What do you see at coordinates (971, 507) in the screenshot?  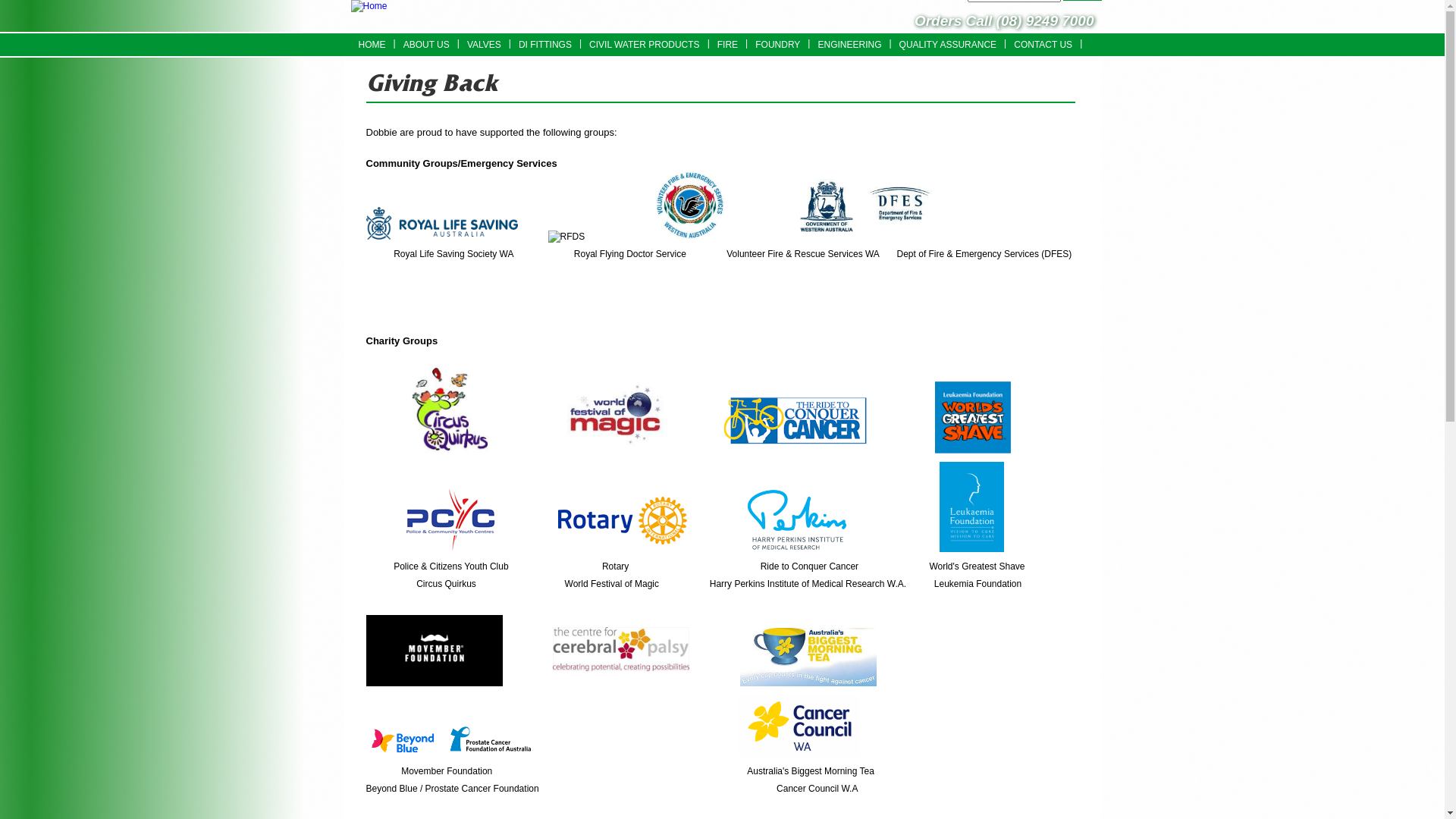 I see `'Leukaemia Foundation'` at bounding box center [971, 507].